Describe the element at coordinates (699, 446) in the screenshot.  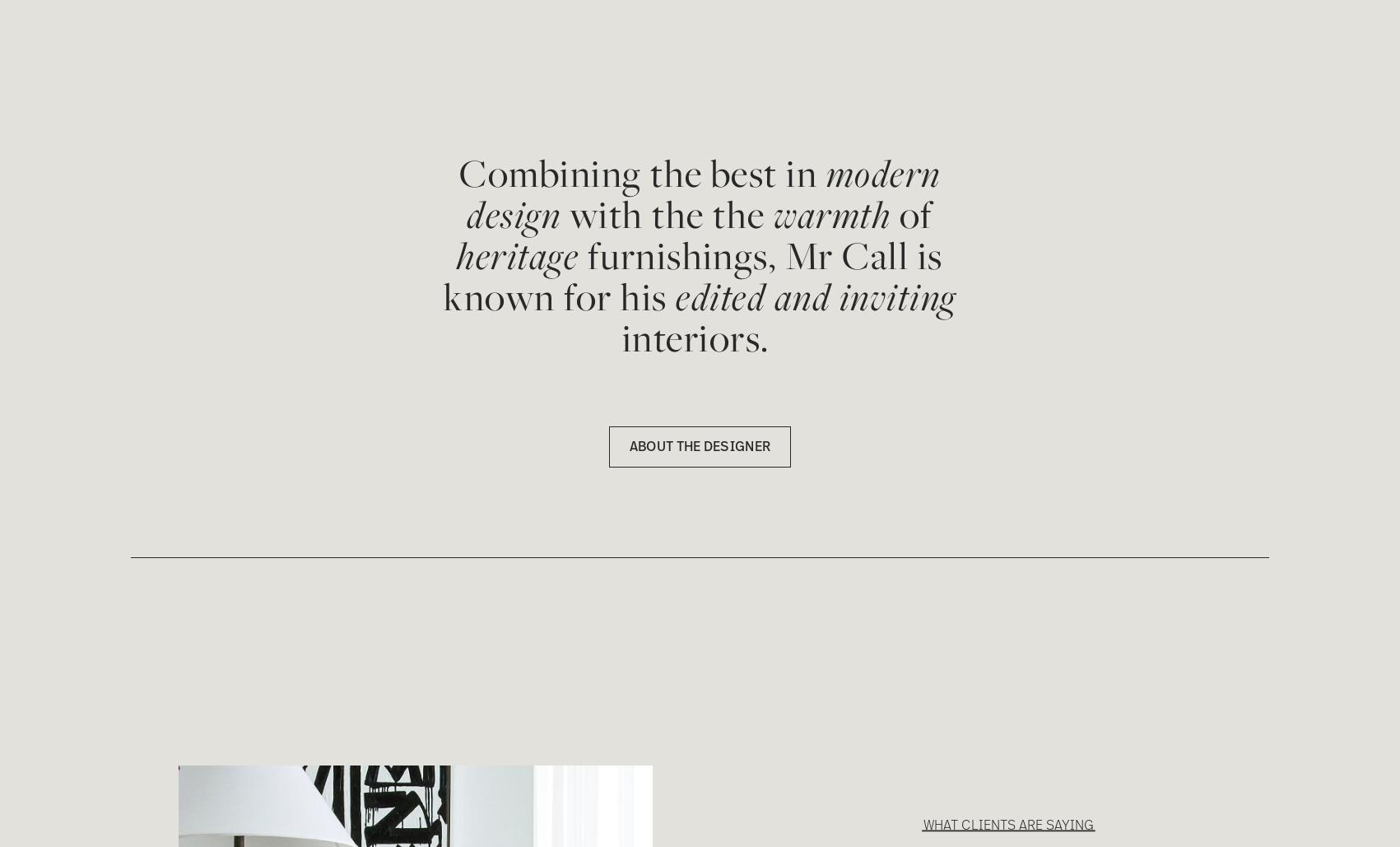
I see `'ABOUT THE DESIGNER'` at that location.